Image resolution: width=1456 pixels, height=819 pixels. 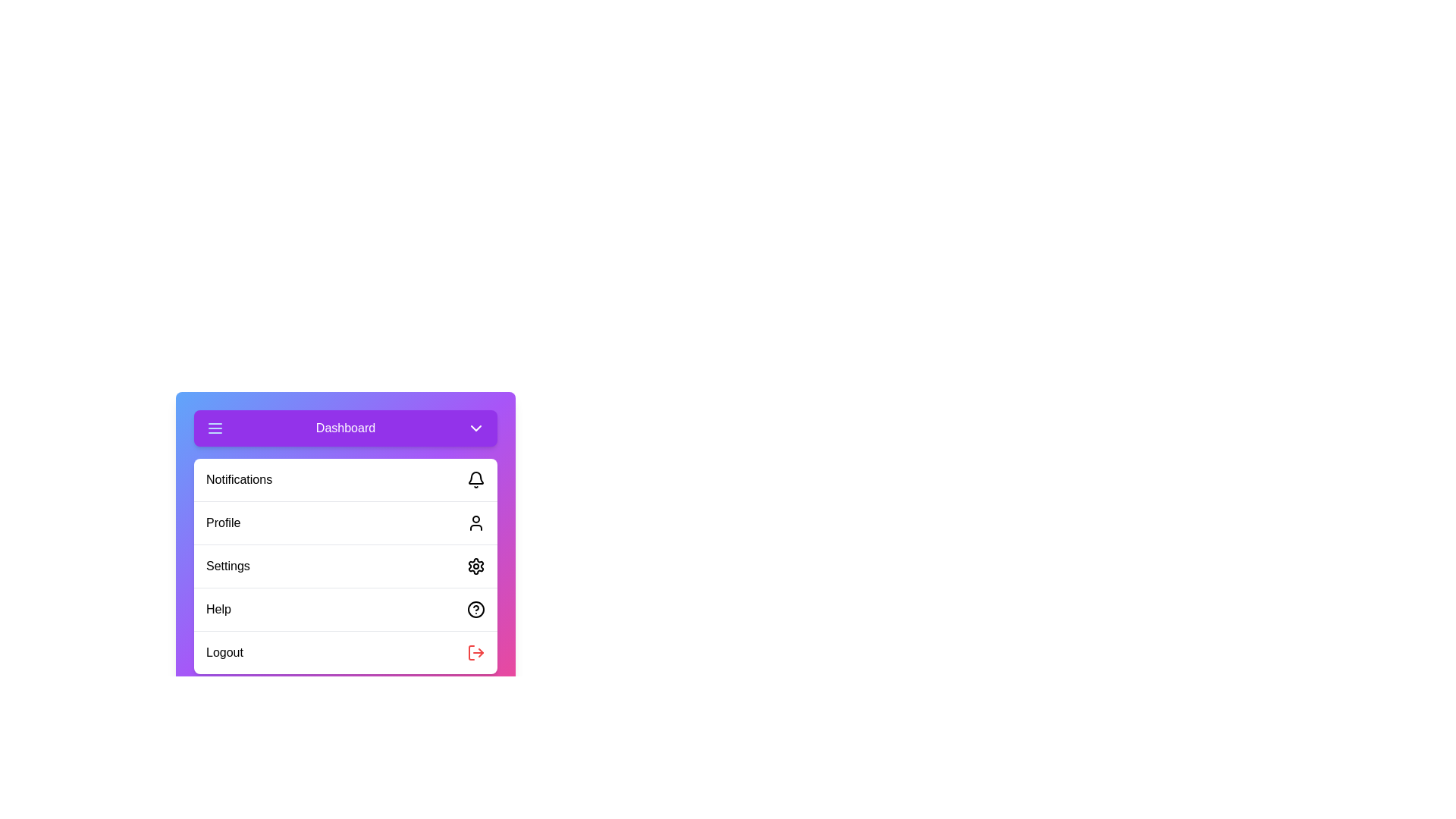 I want to click on the menu item labeled Logout to view its hover effect, so click(x=345, y=651).